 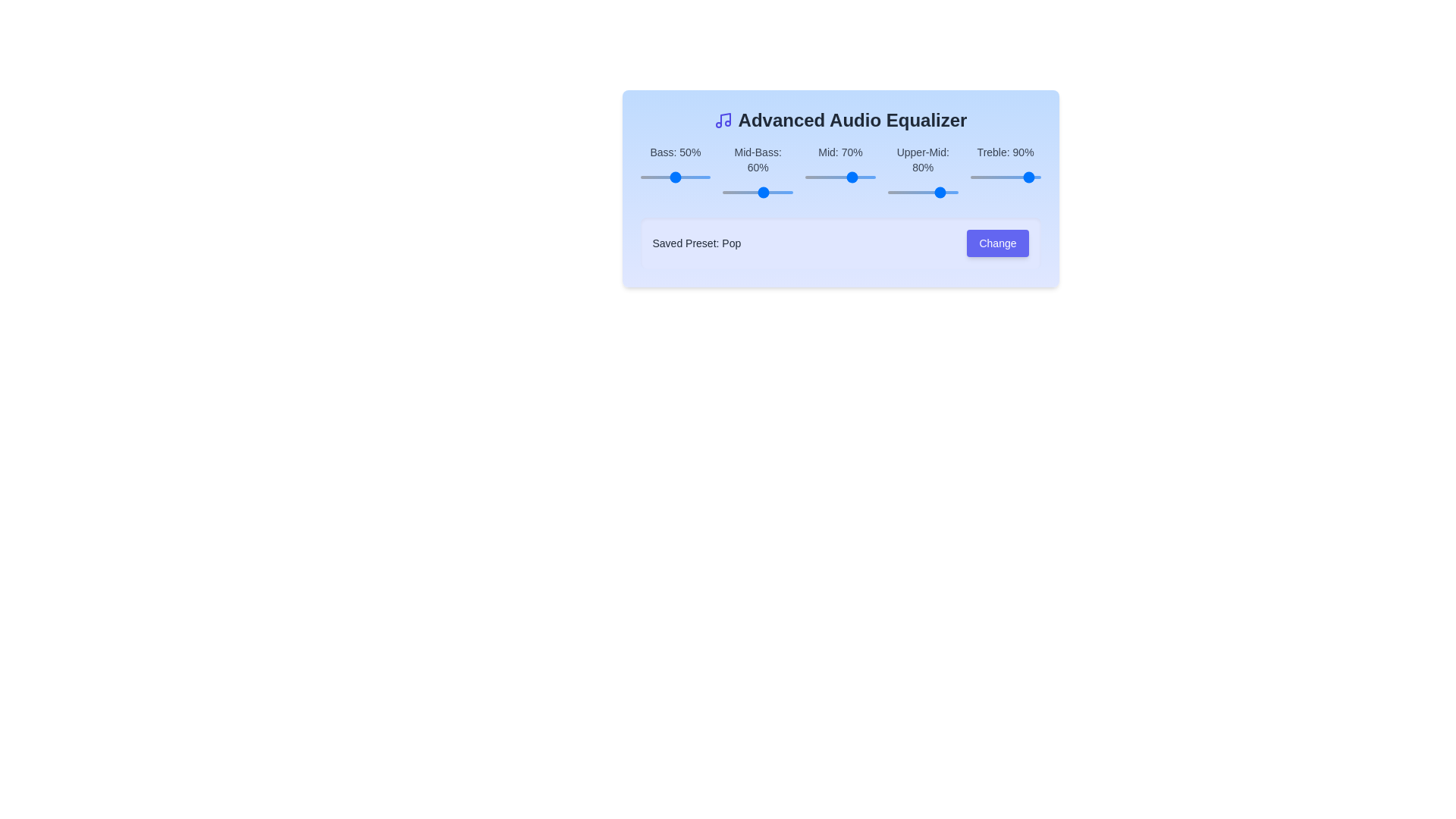 I want to click on the slider for the 3 band to 75%, so click(x=980, y=192).